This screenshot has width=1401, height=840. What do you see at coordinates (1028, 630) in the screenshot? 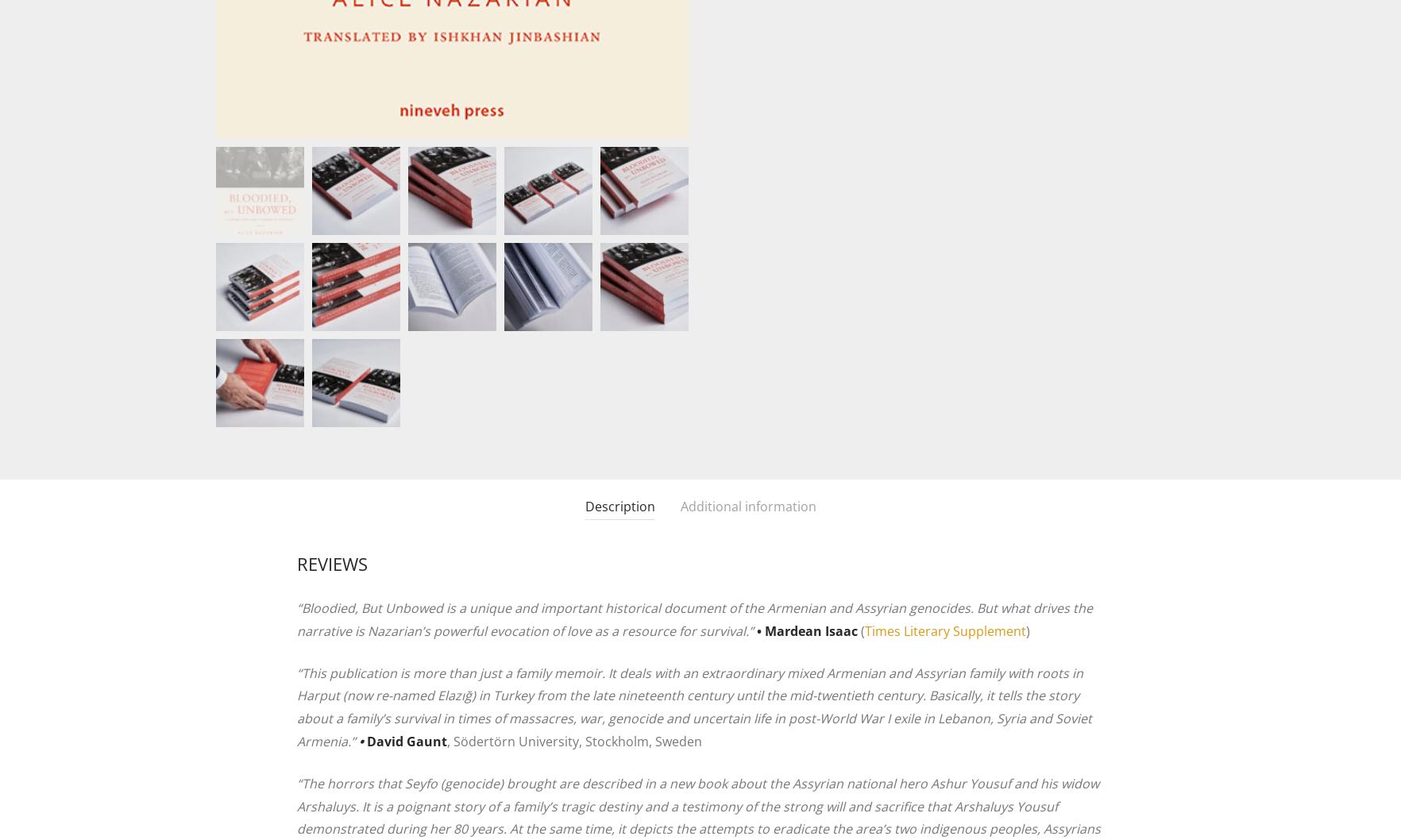
I see `')'` at bounding box center [1028, 630].